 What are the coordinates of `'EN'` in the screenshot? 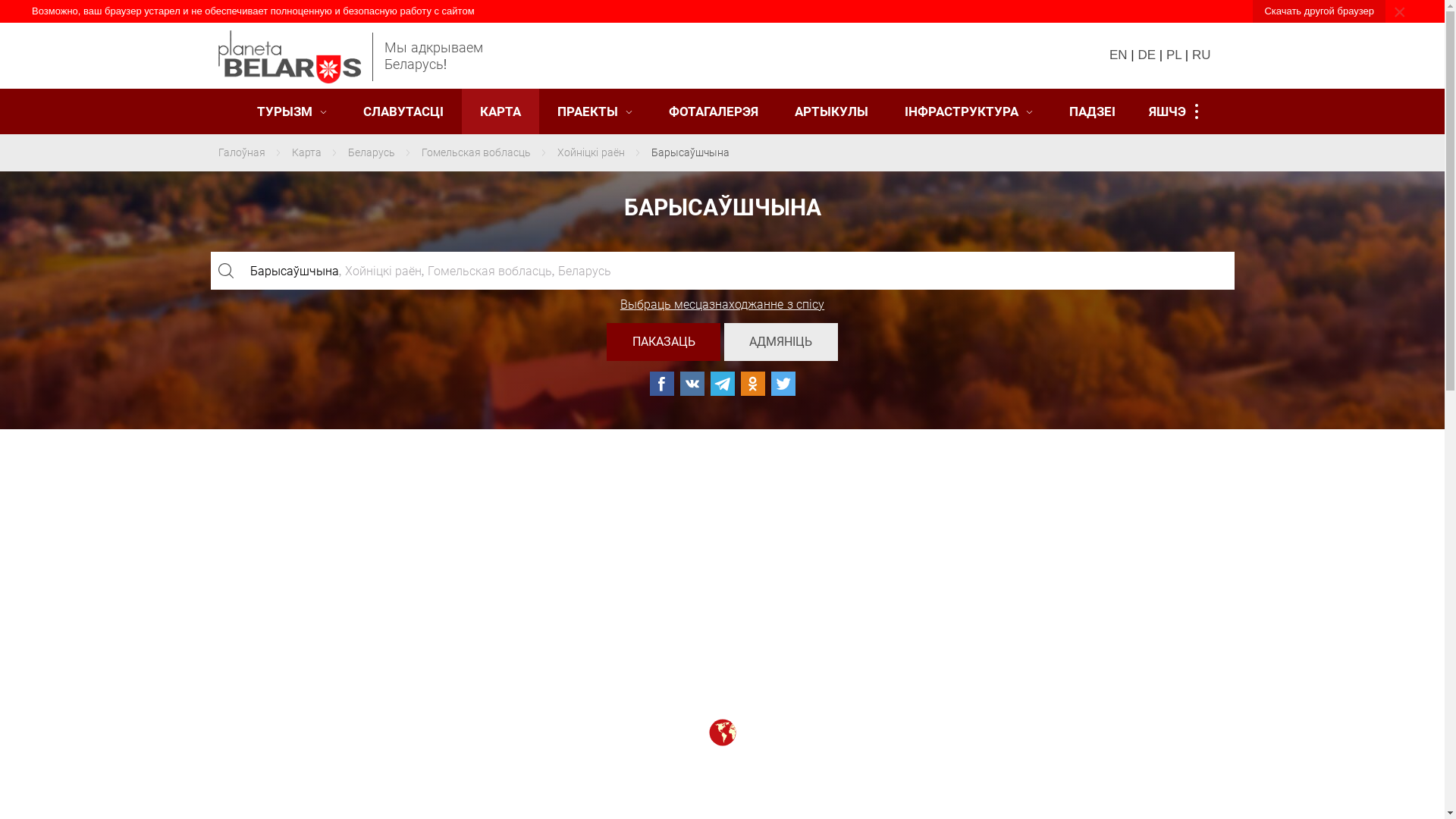 It's located at (1109, 54).